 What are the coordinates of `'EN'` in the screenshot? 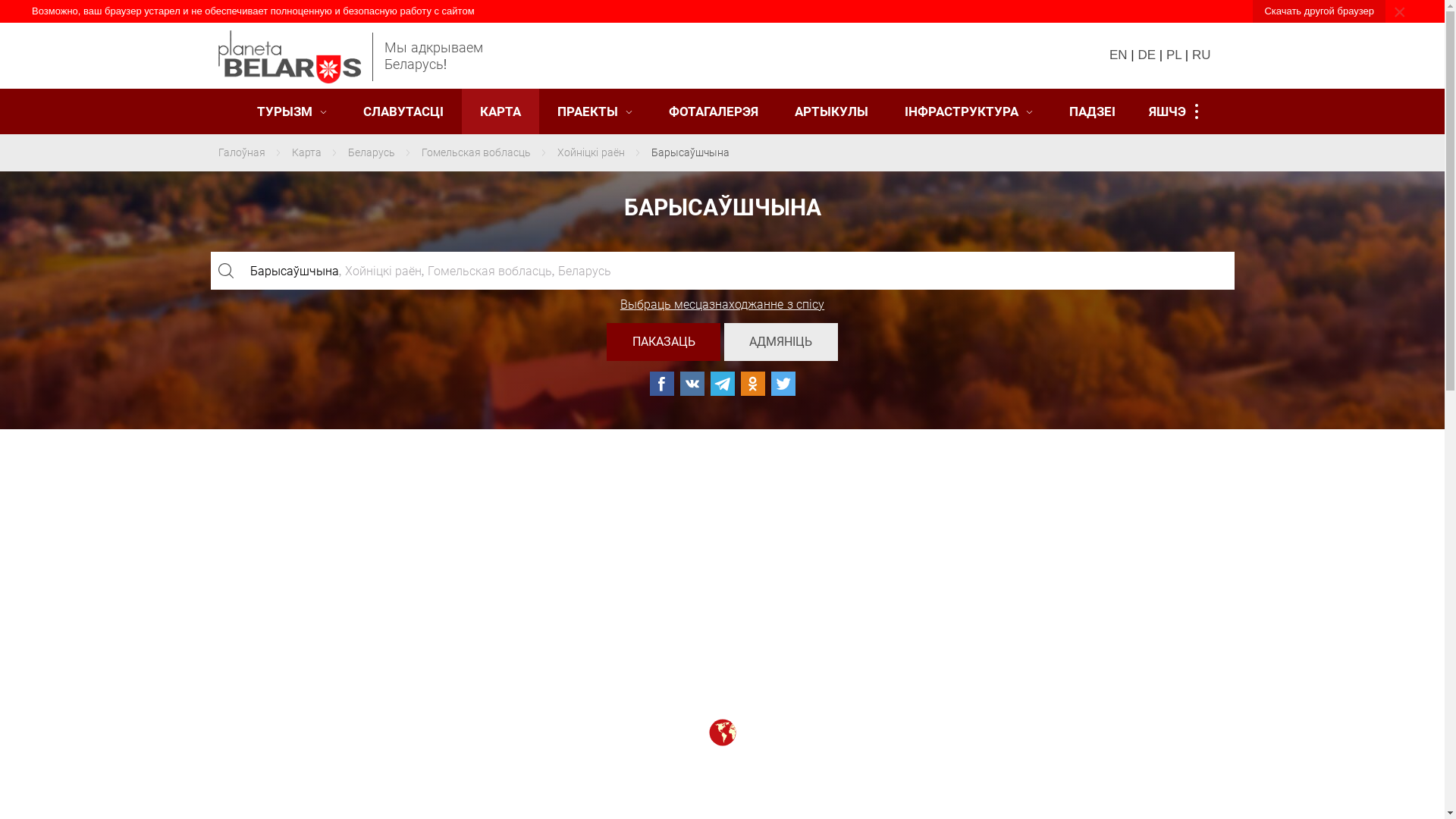 It's located at (1109, 54).